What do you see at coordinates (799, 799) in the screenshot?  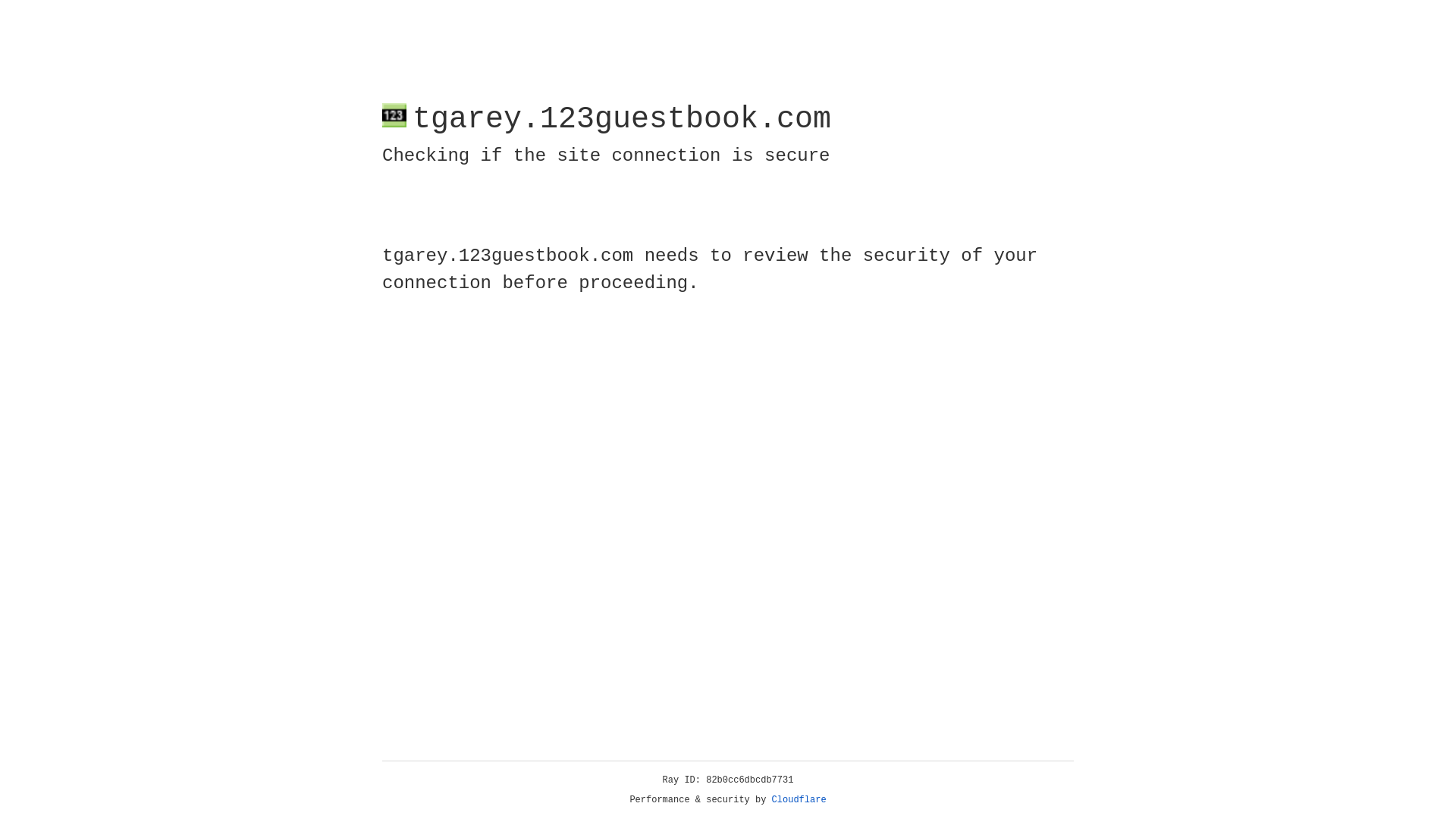 I see `'Cloudflare'` at bounding box center [799, 799].